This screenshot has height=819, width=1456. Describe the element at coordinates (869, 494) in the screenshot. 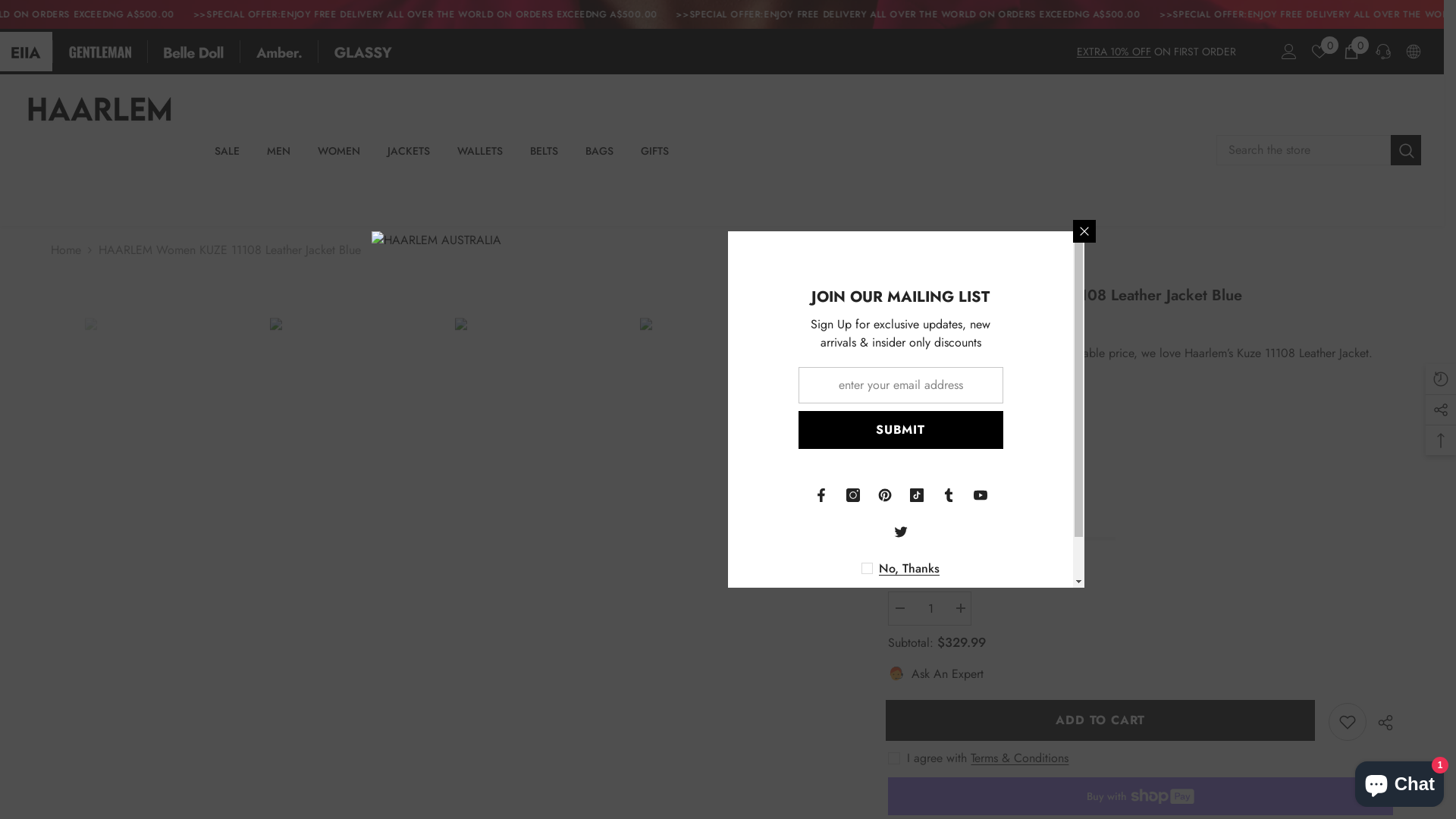

I see `'Pinterest'` at that location.